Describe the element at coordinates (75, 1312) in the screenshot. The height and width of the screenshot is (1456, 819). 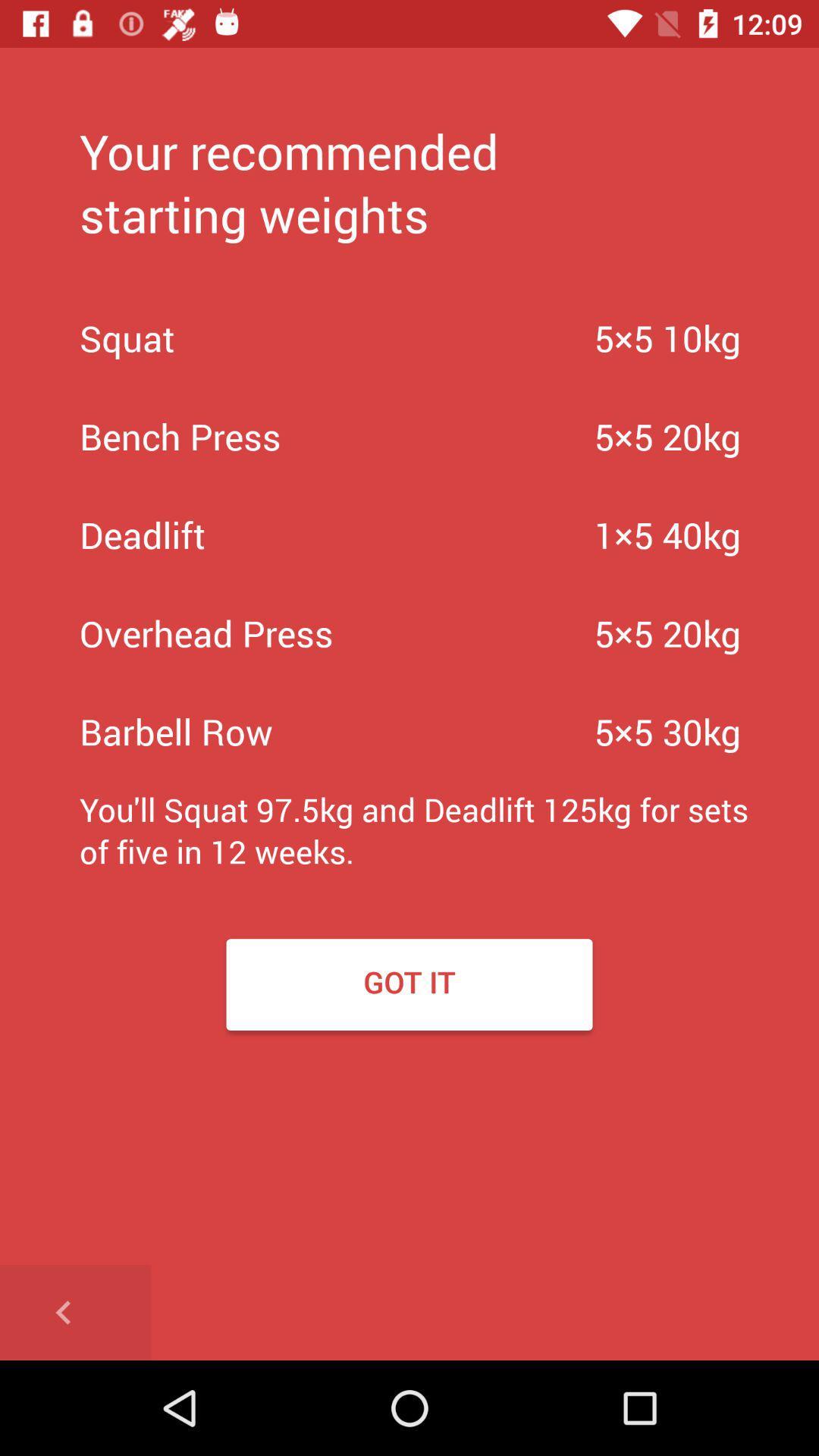
I see `go back` at that location.